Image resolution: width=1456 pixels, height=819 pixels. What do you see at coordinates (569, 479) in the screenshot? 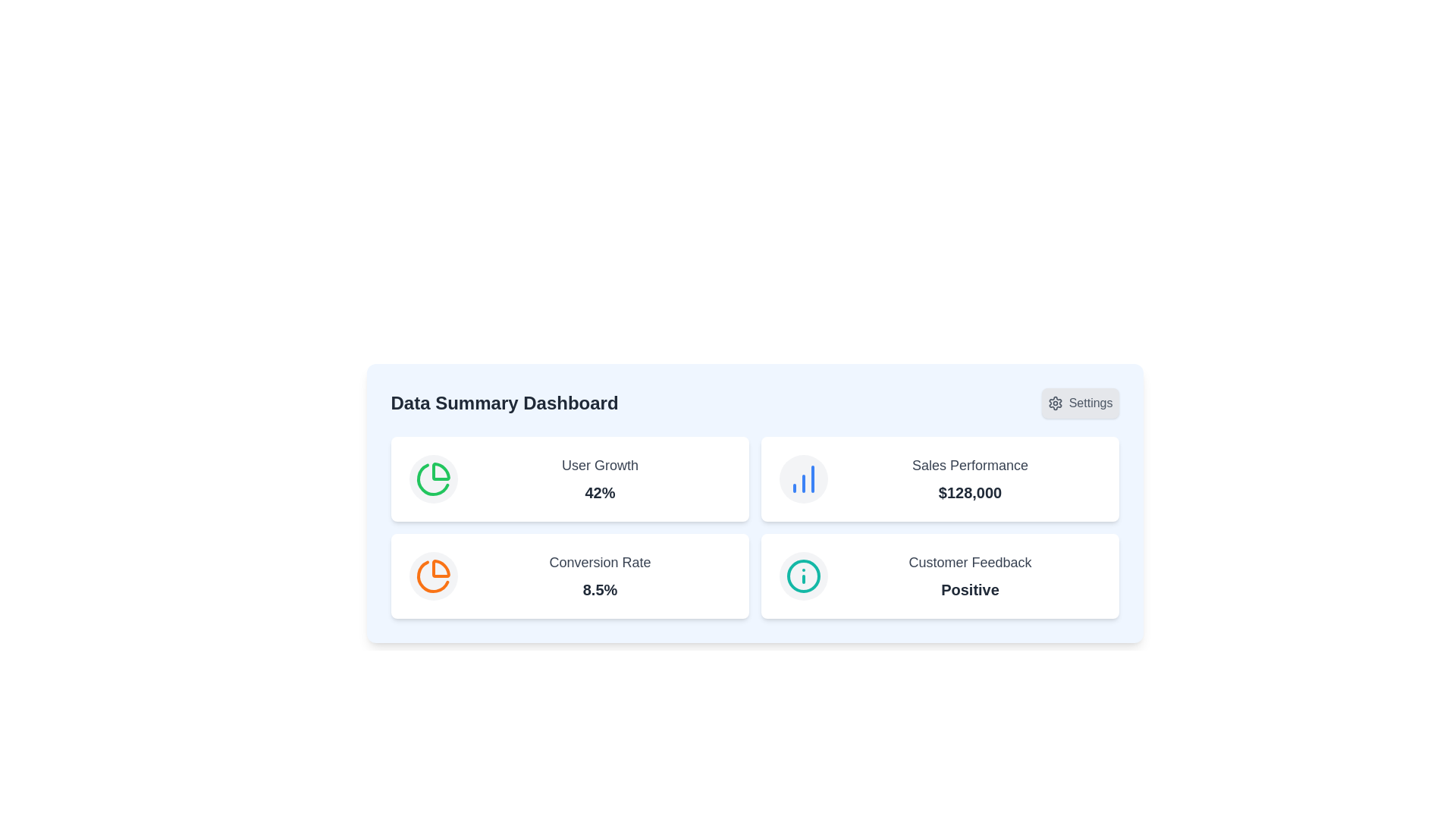
I see `the user growth metric displayed on the Dashboard Card located in the top-left corner of the grid layout` at bounding box center [569, 479].